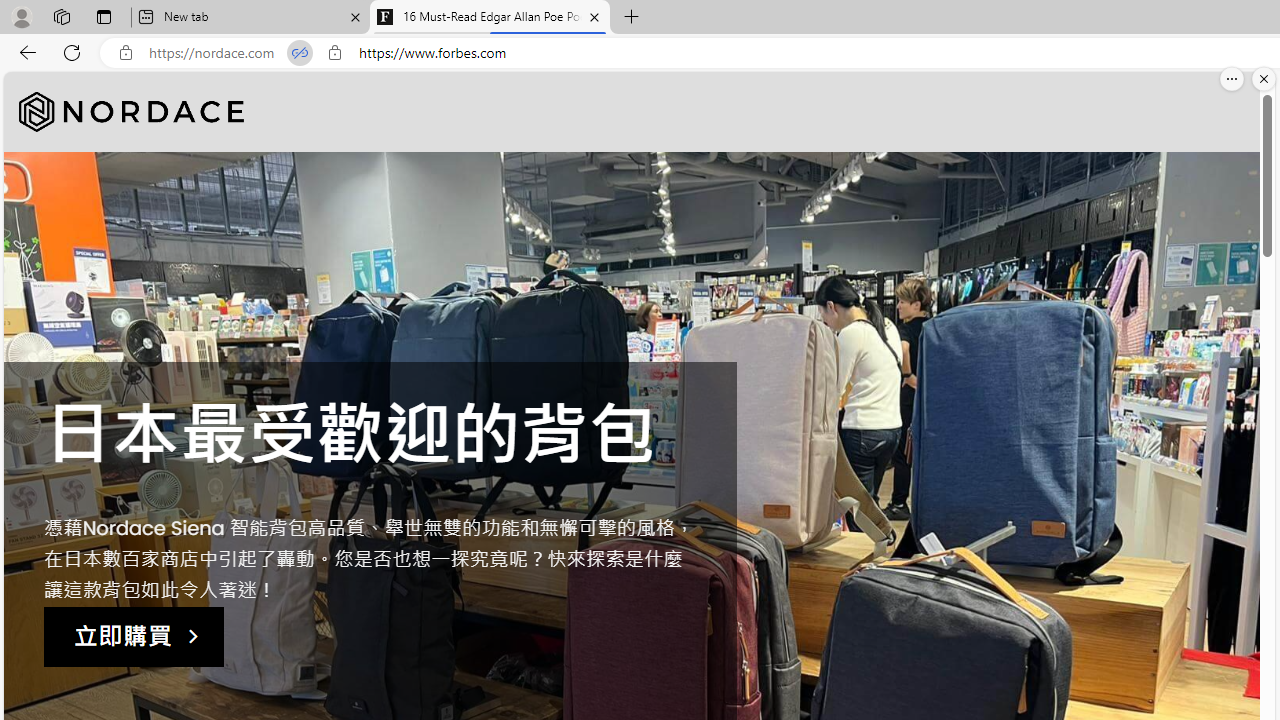 Image resolution: width=1280 pixels, height=720 pixels. I want to click on 'More options.', so click(1231, 78).